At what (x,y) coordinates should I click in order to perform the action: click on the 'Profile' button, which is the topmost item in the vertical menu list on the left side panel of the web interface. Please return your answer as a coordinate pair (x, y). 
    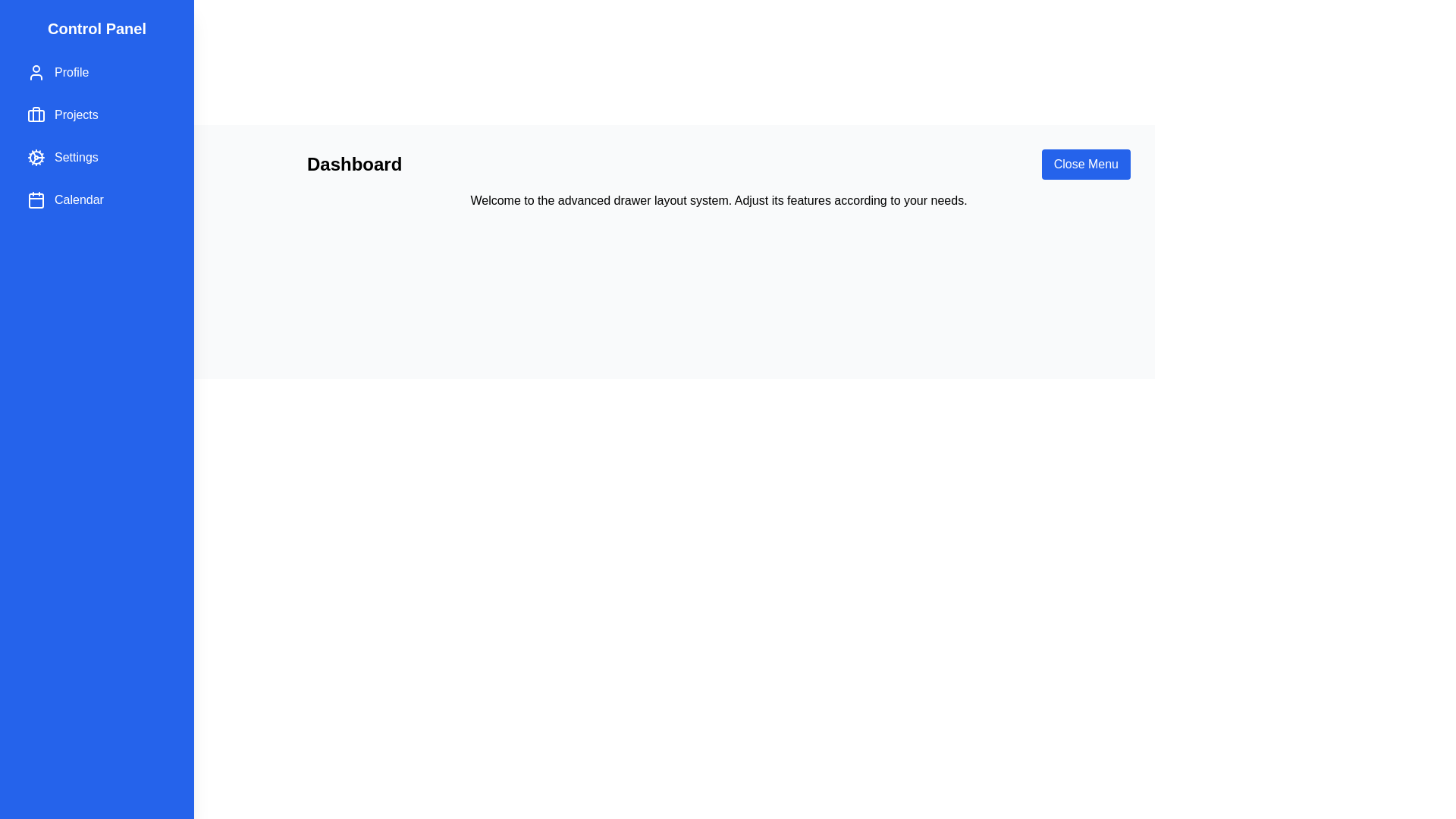
    Looking at the image, I should click on (96, 73).